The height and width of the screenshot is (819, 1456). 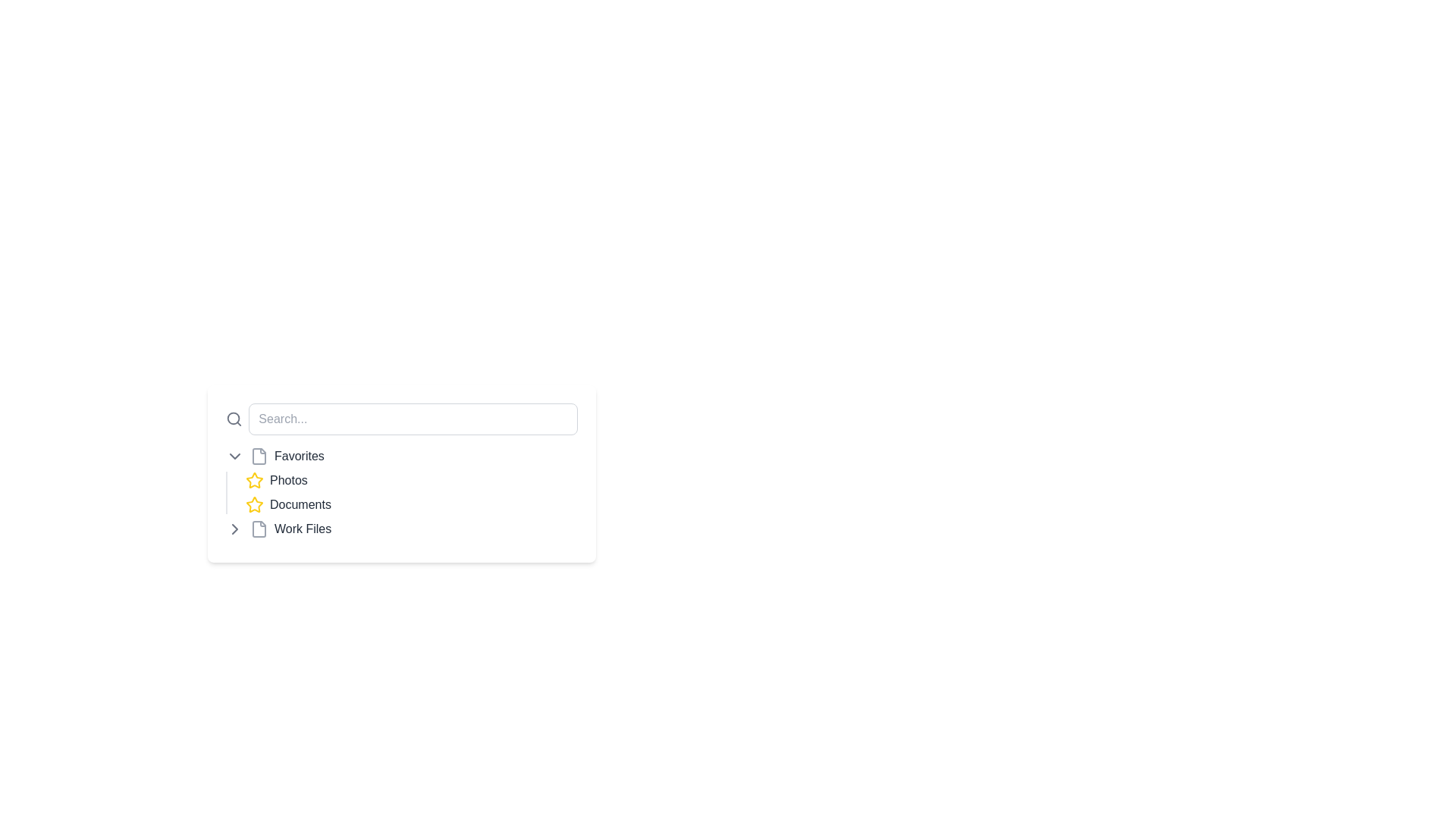 What do you see at coordinates (255, 505) in the screenshot?
I see `the star-shaped icon located next to the 'Documents' label for keyboard interaction` at bounding box center [255, 505].